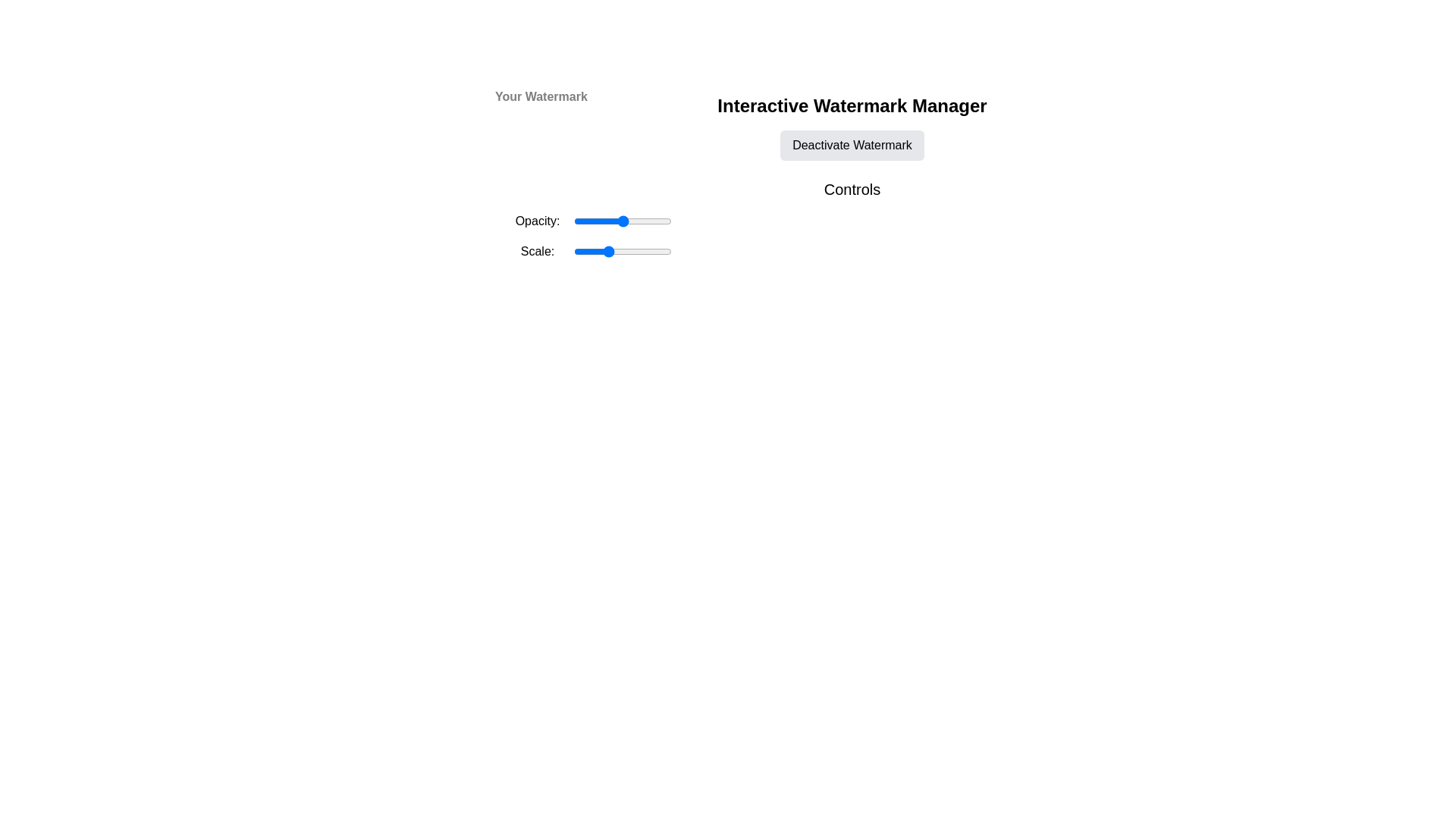 The width and height of the screenshot is (1456, 819). Describe the element at coordinates (573, 221) in the screenshot. I see `opacity` at that location.